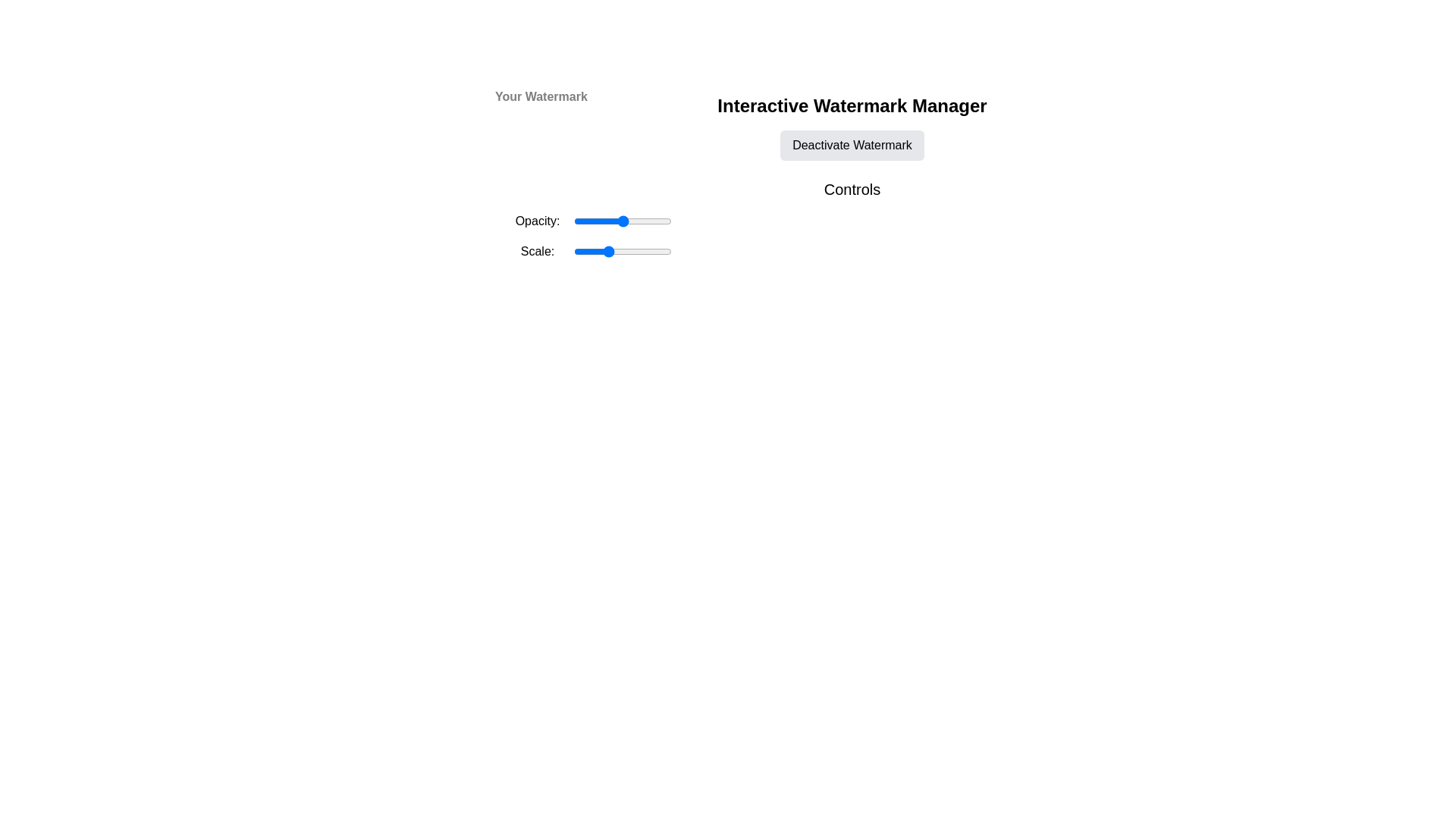 The width and height of the screenshot is (1456, 819). Describe the element at coordinates (573, 221) in the screenshot. I see `opacity` at that location.